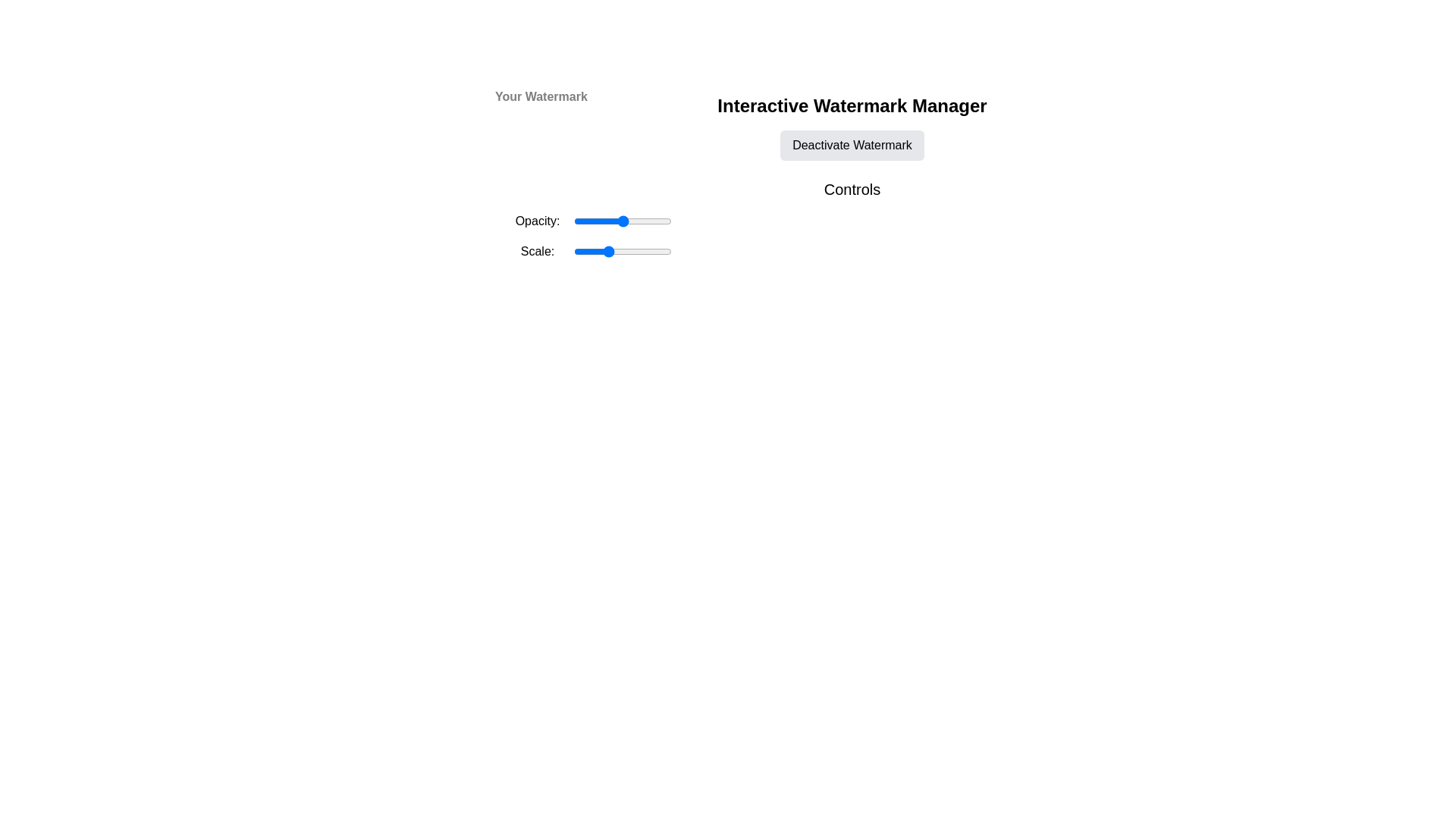 The width and height of the screenshot is (1456, 819). Describe the element at coordinates (573, 221) in the screenshot. I see `opacity` at that location.